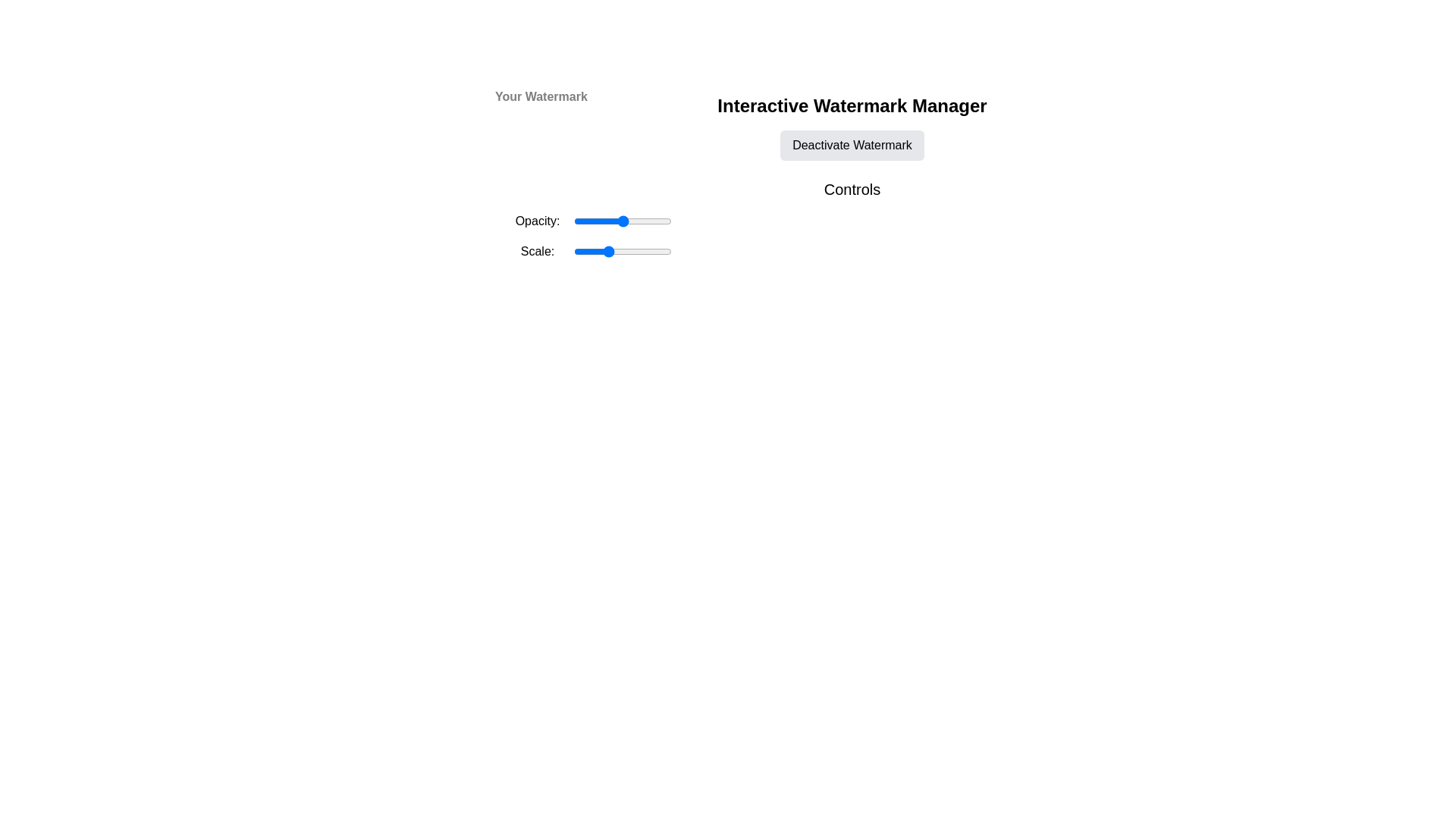 The width and height of the screenshot is (1456, 819). Describe the element at coordinates (573, 221) in the screenshot. I see `opacity` at that location.